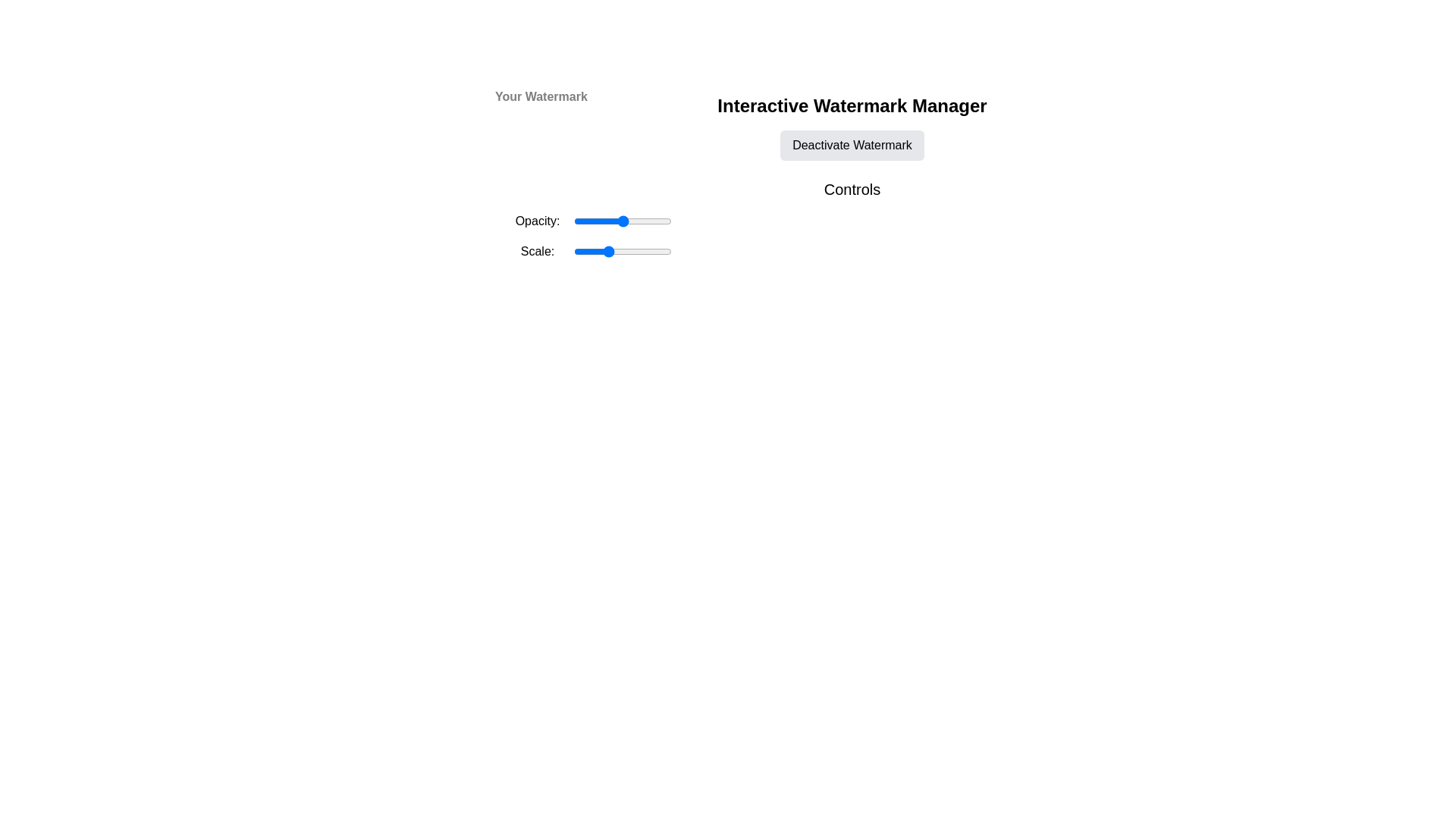 The width and height of the screenshot is (1456, 819). Describe the element at coordinates (573, 221) in the screenshot. I see `opacity` at that location.